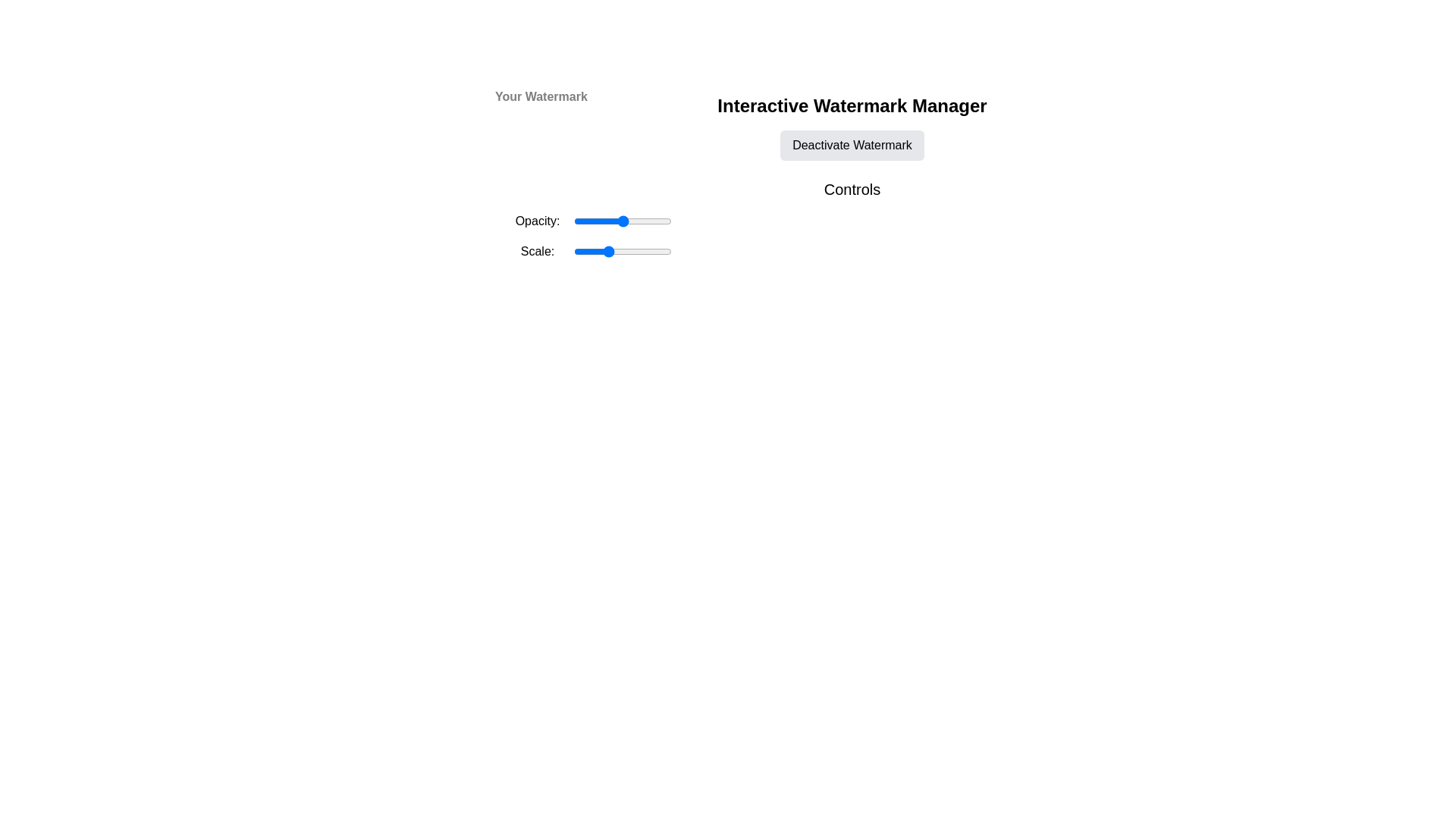 The width and height of the screenshot is (1456, 819). Describe the element at coordinates (573, 221) in the screenshot. I see `opacity` at that location.